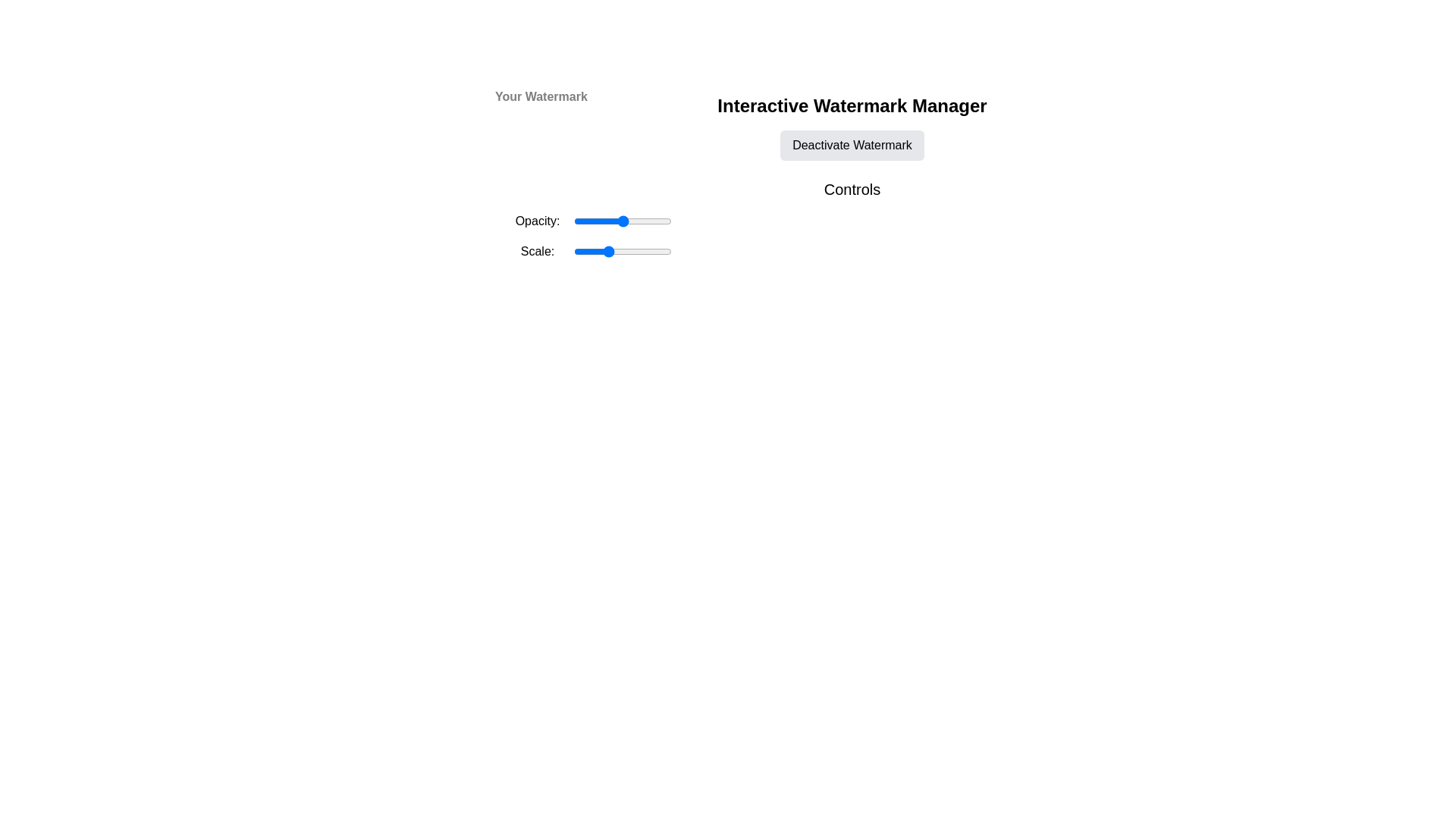 The width and height of the screenshot is (1456, 819). Describe the element at coordinates (573, 221) in the screenshot. I see `opacity` at that location.